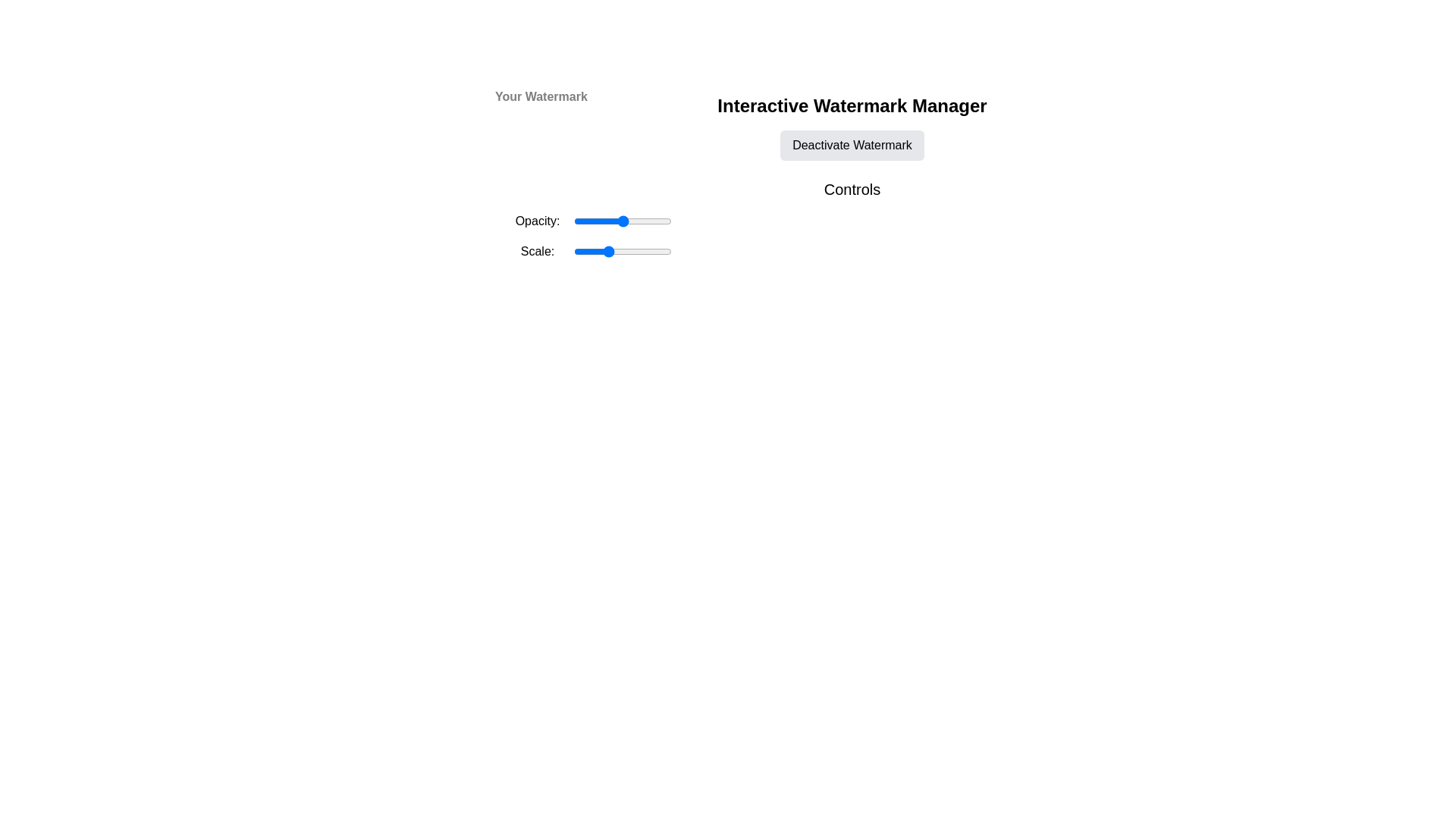 The width and height of the screenshot is (1456, 819). Describe the element at coordinates (573, 221) in the screenshot. I see `opacity` at that location.